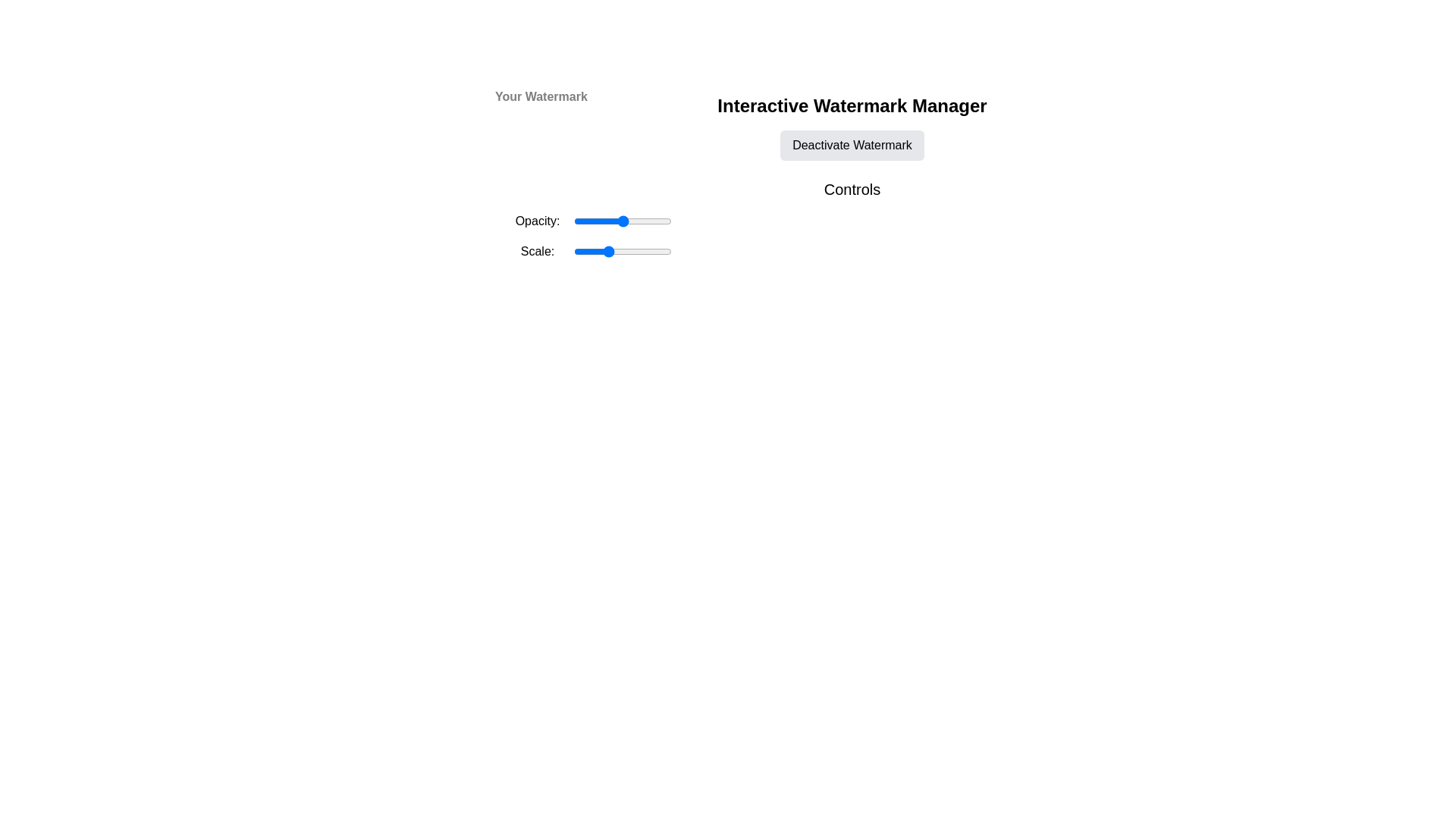 The width and height of the screenshot is (1456, 819). Describe the element at coordinates (573, 221) in the screenshot. I see `opacity` at that location.